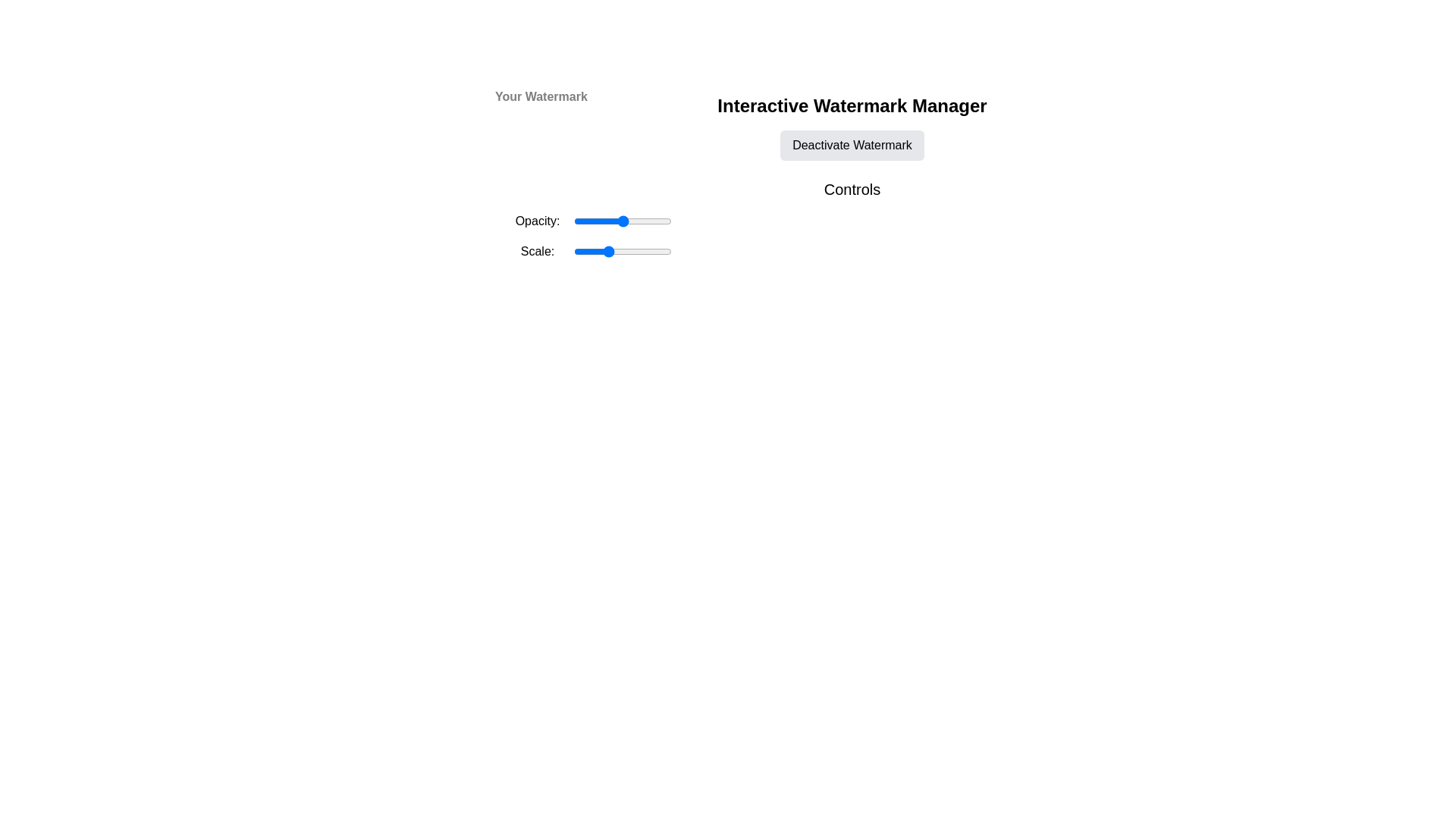 The width and height of the screenshot is (1456, 819). Describe the element at coordinates (573, 221) in the screenshot. I see `opacity` at that location.